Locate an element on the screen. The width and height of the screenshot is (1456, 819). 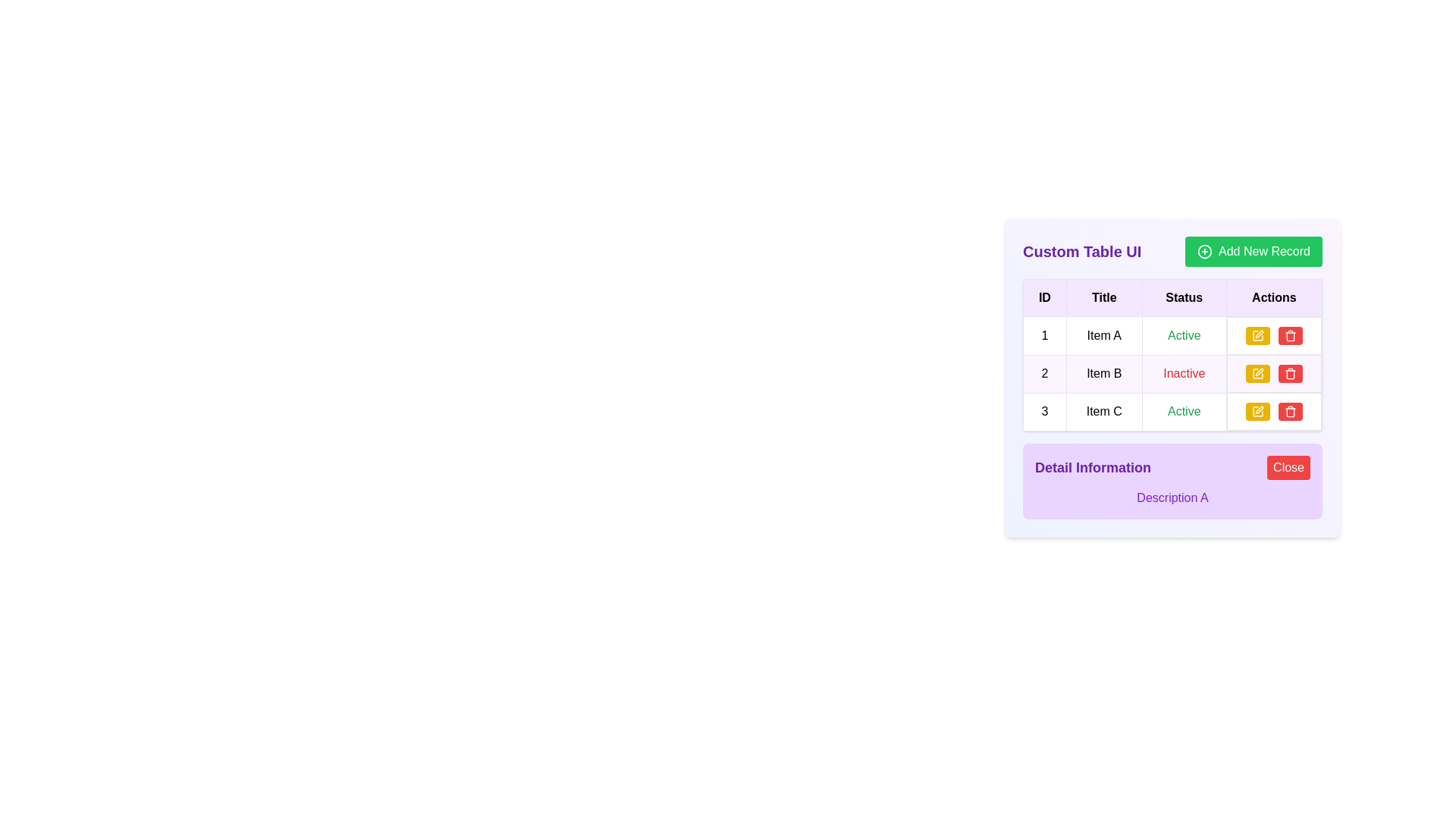
the second row of the table that contains 'Item B' and is styled with 'Inactive' in red is located at coordinates (1172, 374).